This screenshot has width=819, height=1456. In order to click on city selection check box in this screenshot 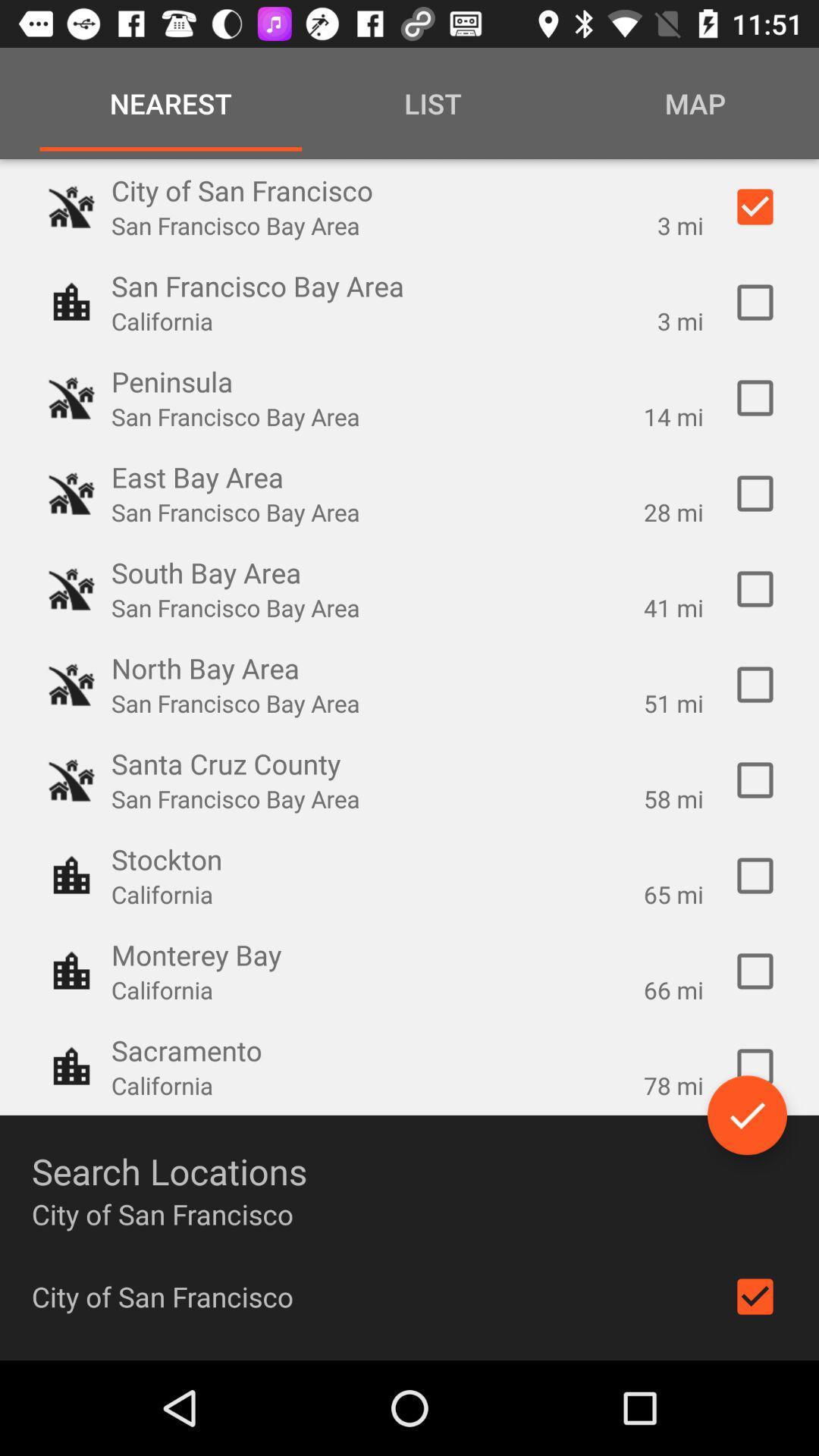, I will do `click(755, 876)`.